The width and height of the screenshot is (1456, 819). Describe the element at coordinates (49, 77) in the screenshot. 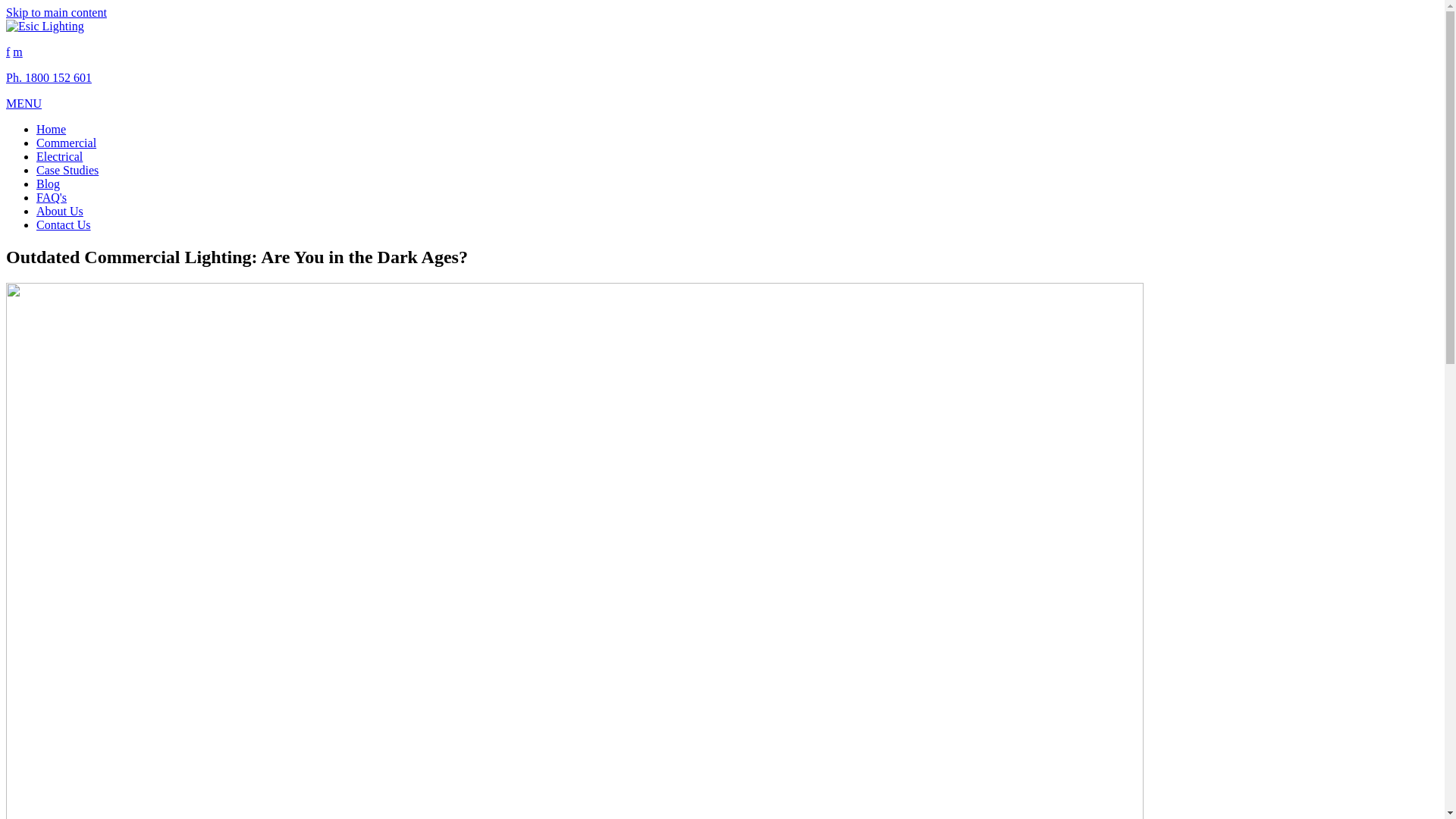

I see `'Ph. 1800 152 601'` at that location.